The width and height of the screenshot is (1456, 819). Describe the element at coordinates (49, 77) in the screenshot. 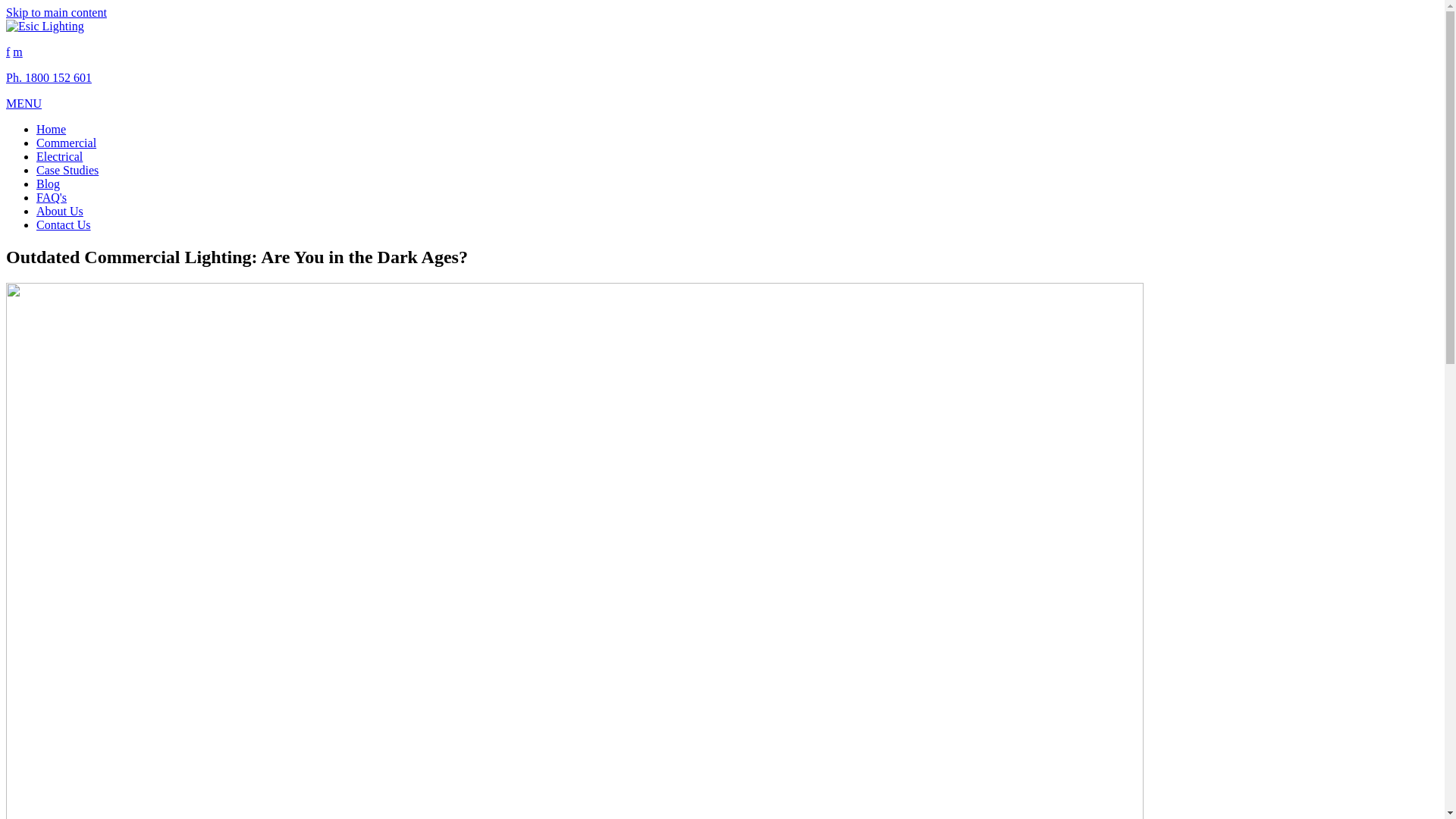

I see `'Ph. 1800 152 601'` at that location.